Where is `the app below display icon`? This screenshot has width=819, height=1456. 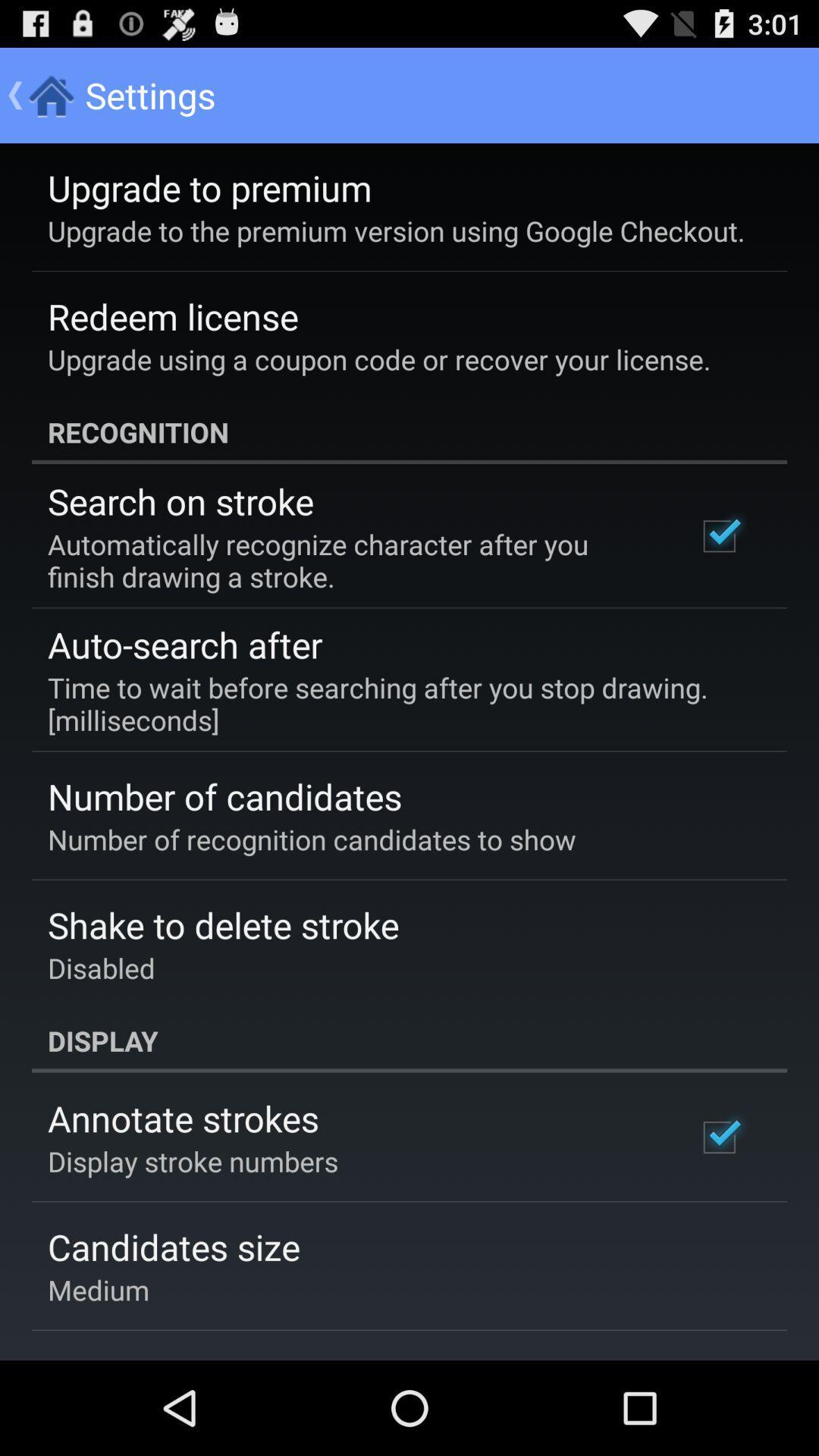
the app below display icon is located at coordinates (182, 1118).